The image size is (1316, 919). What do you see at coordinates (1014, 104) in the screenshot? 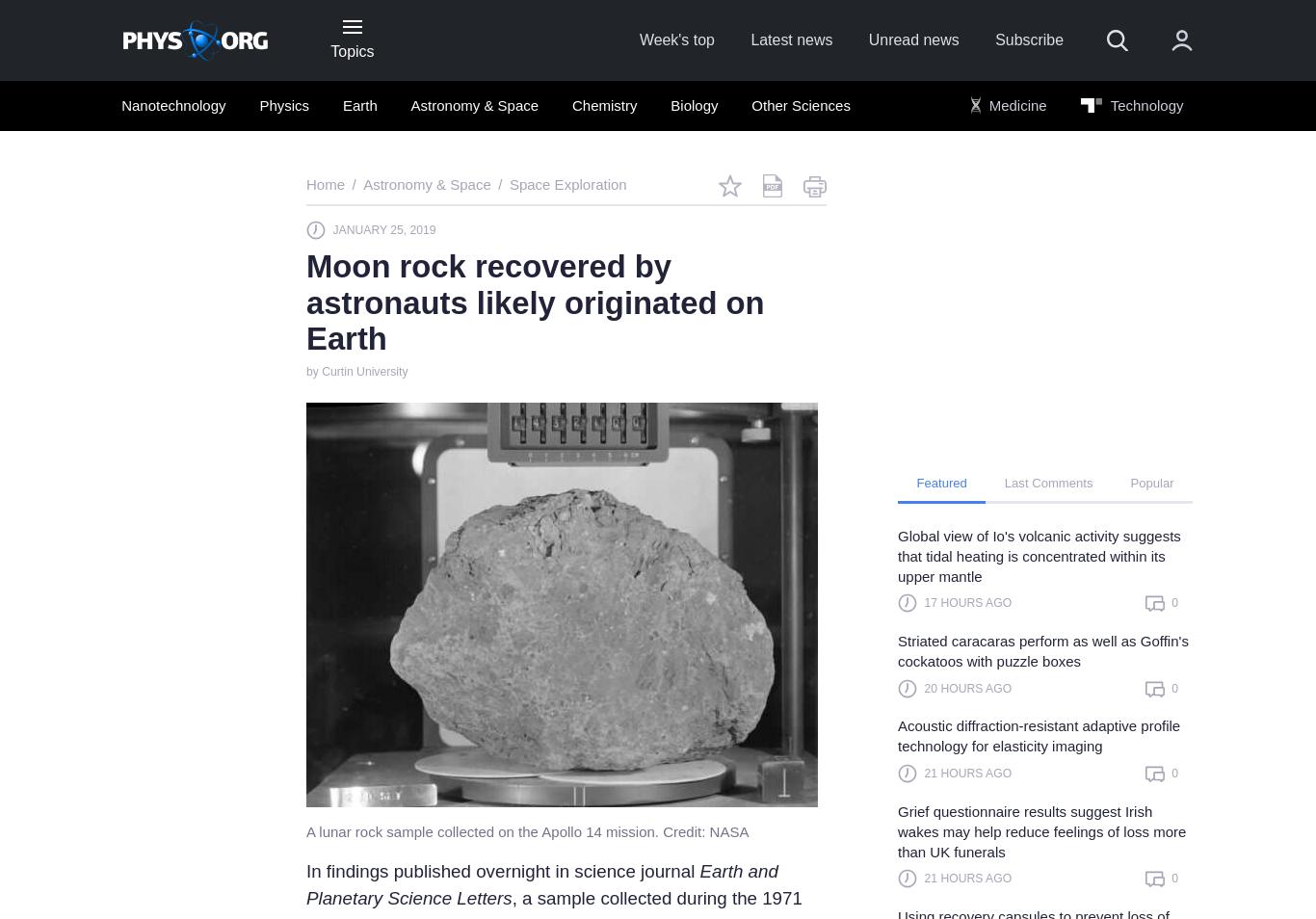
I see `'Medicine'` at bounding box center [1014, 104].